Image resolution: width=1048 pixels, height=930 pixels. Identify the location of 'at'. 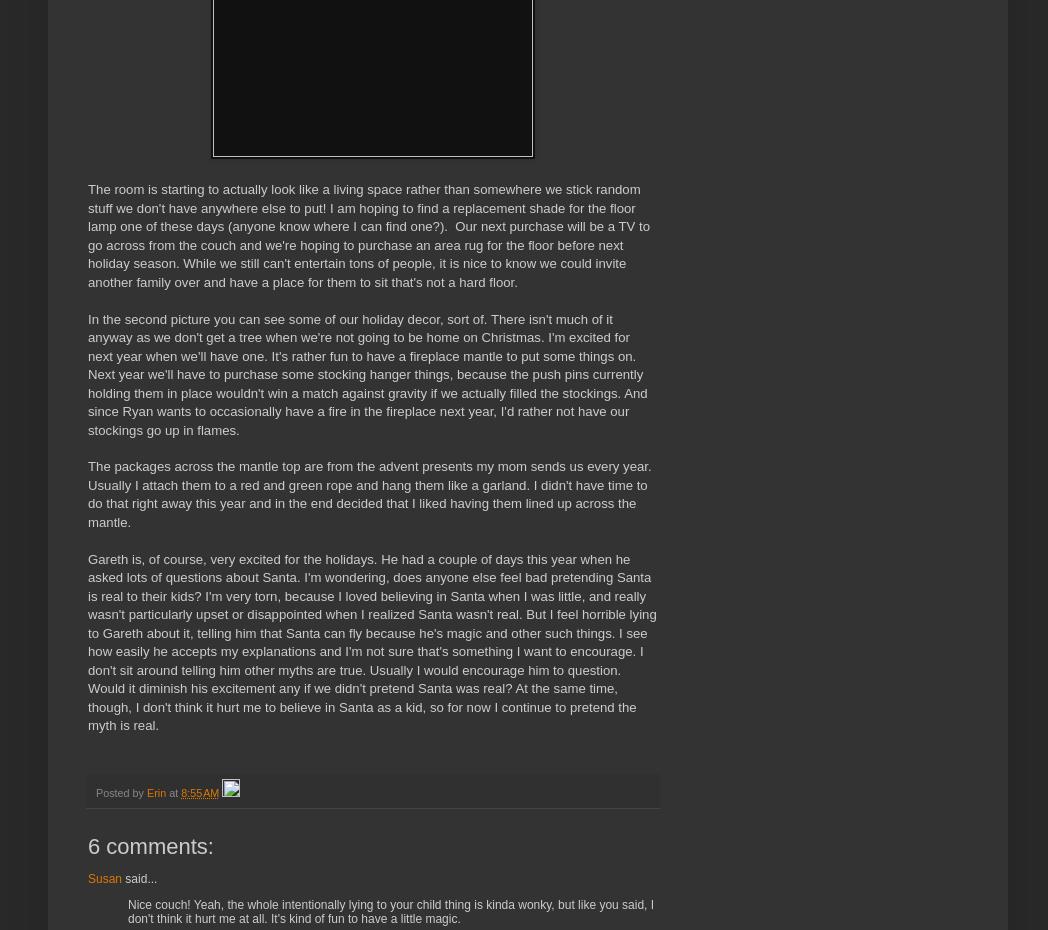
(174, 792).